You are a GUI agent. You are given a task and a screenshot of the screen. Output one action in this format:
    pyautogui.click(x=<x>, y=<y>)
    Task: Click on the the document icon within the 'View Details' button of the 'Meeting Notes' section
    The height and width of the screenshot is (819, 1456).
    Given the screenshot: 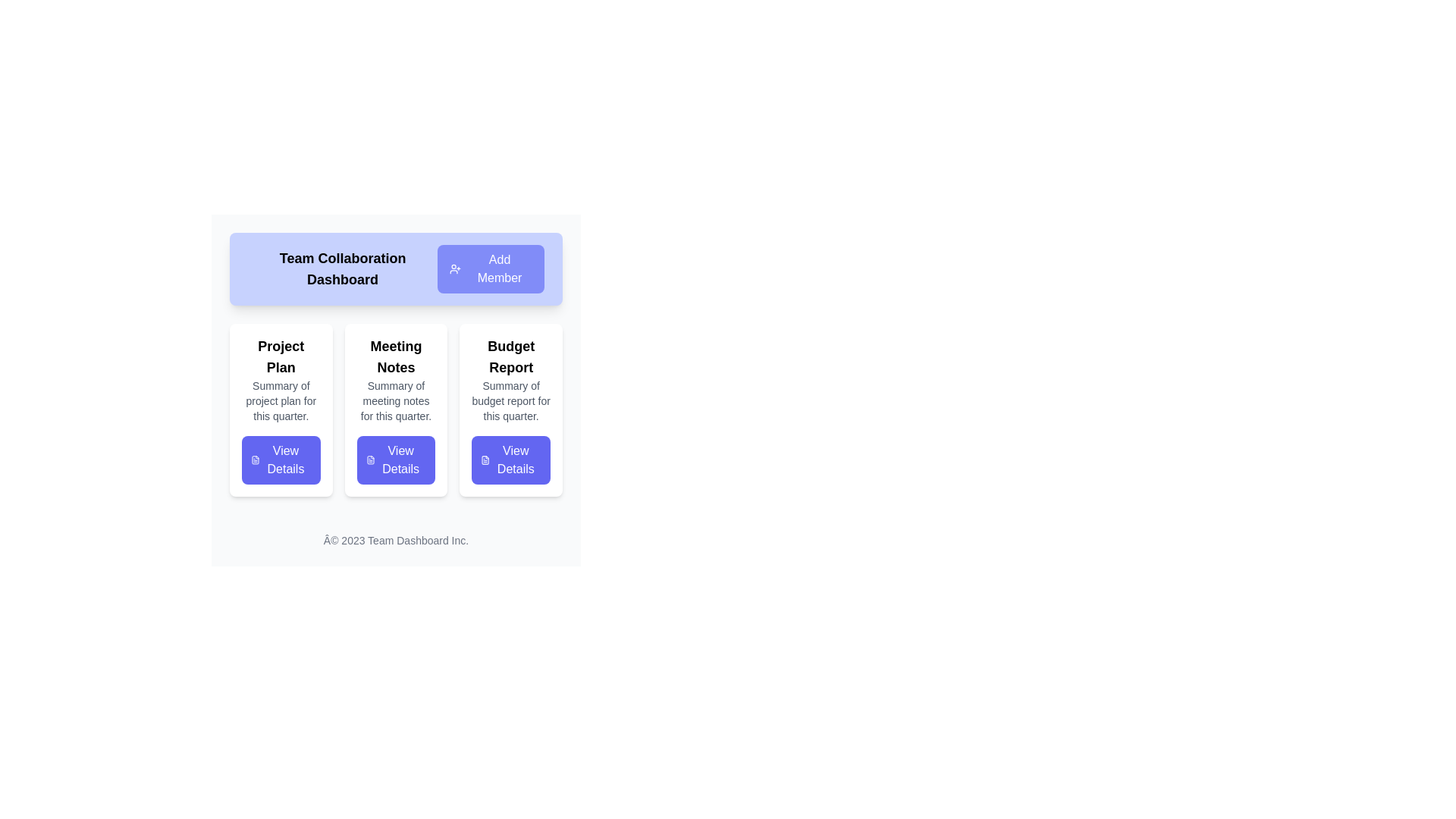 What is the action you would take?
    pyautogui.click(x=370, y=459)
    